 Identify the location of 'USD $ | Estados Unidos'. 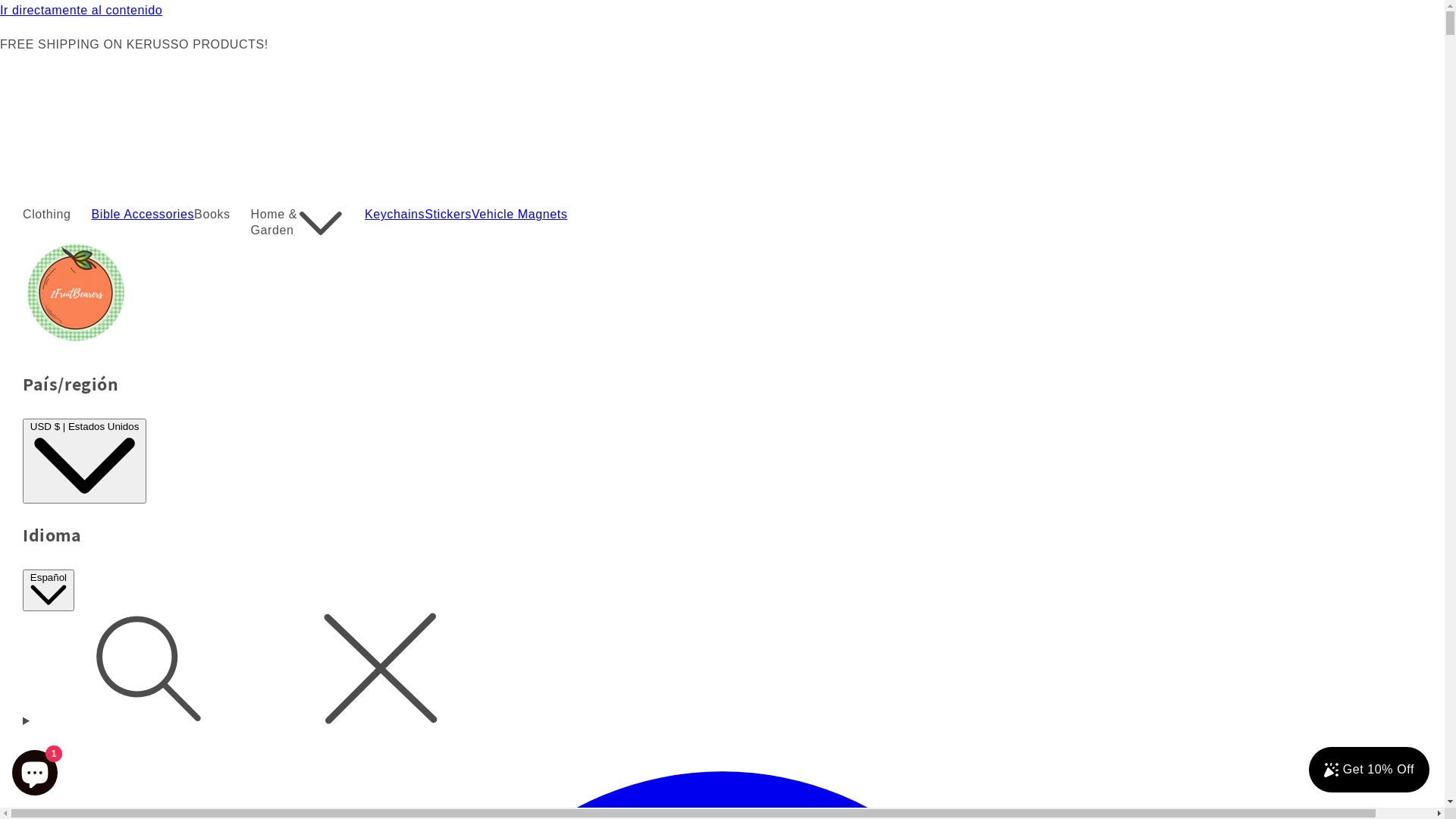
(83, 460).